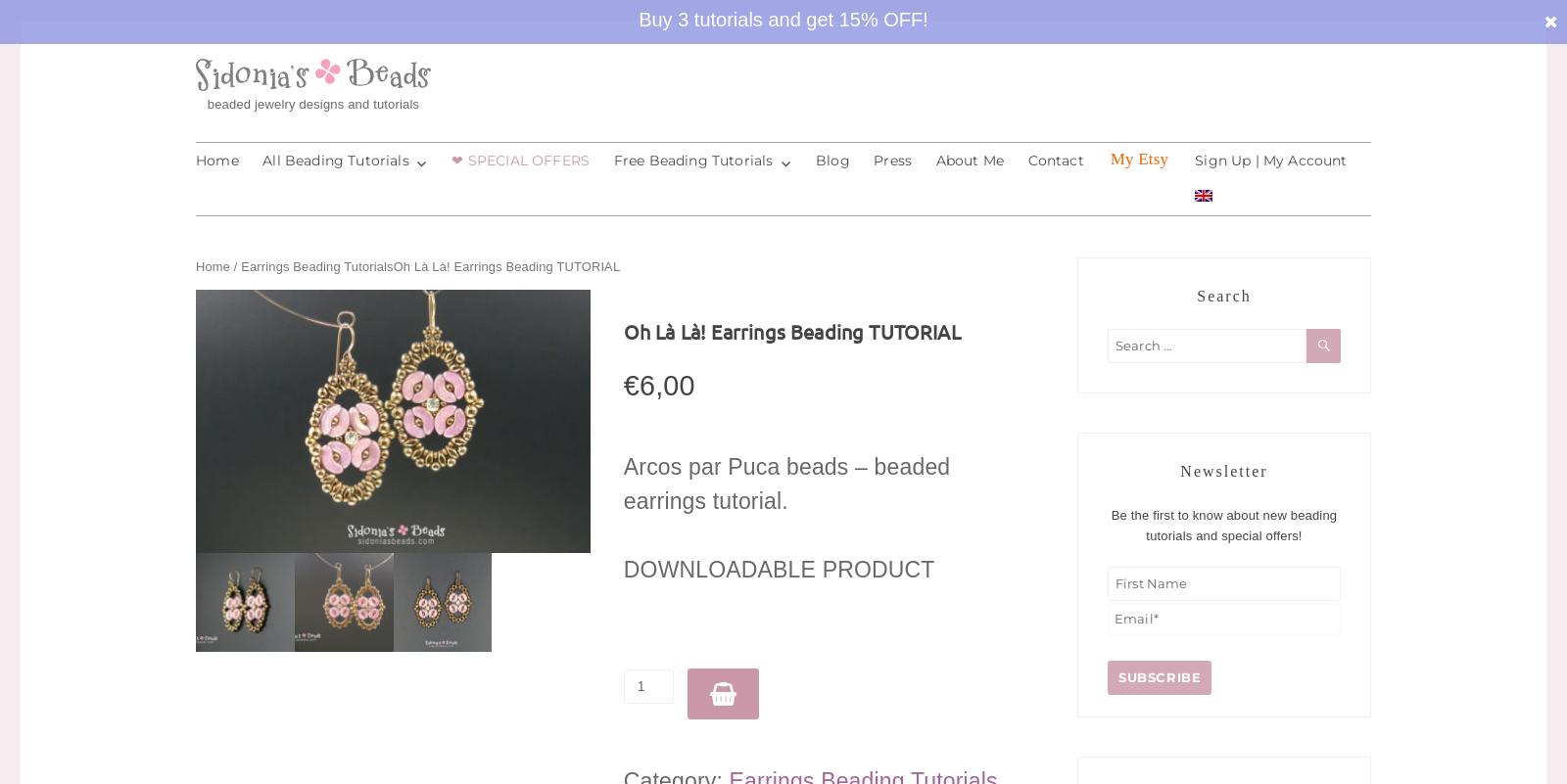  What do you see at coordinates (335, 160) in the screenshot?
I see `'All Beading Tutorials'` at bounding box center [335, 160].